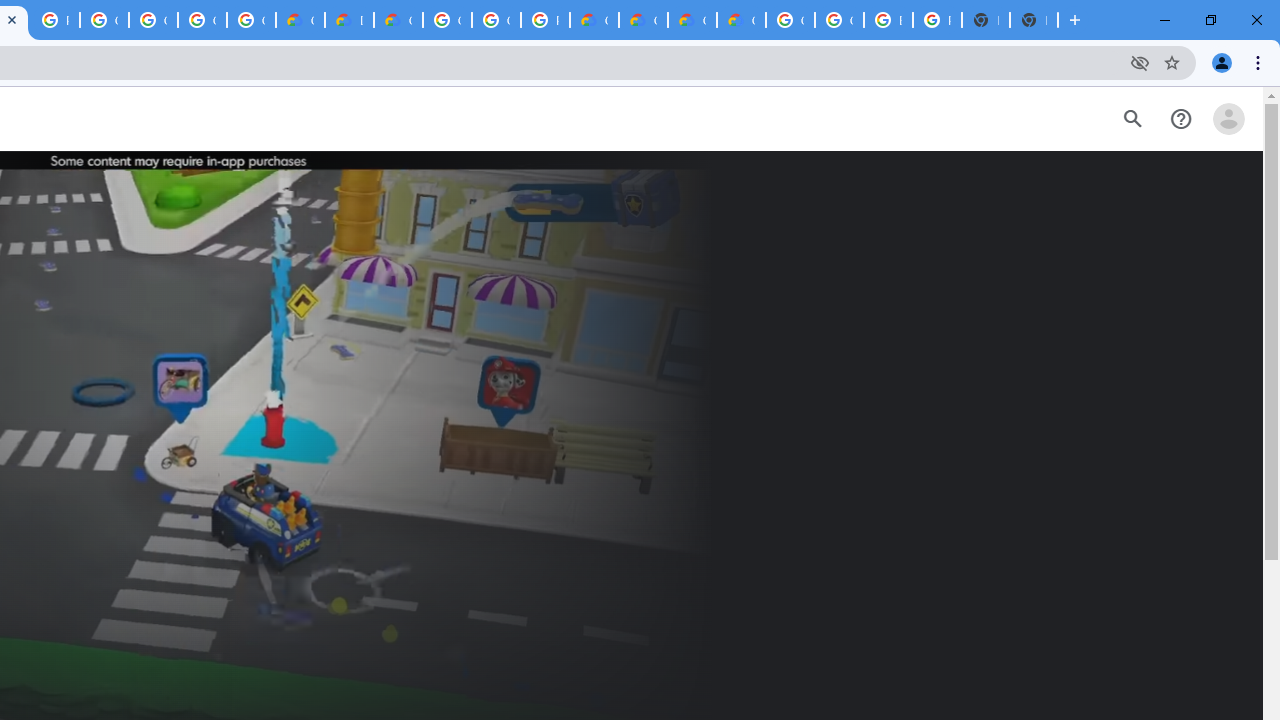 This screenshot has width=1280, height=720. What do you see at coordinates (446, 20) in the screenshot?
I see `'Google Cloud Platform'` at bounding box center [446, 20].